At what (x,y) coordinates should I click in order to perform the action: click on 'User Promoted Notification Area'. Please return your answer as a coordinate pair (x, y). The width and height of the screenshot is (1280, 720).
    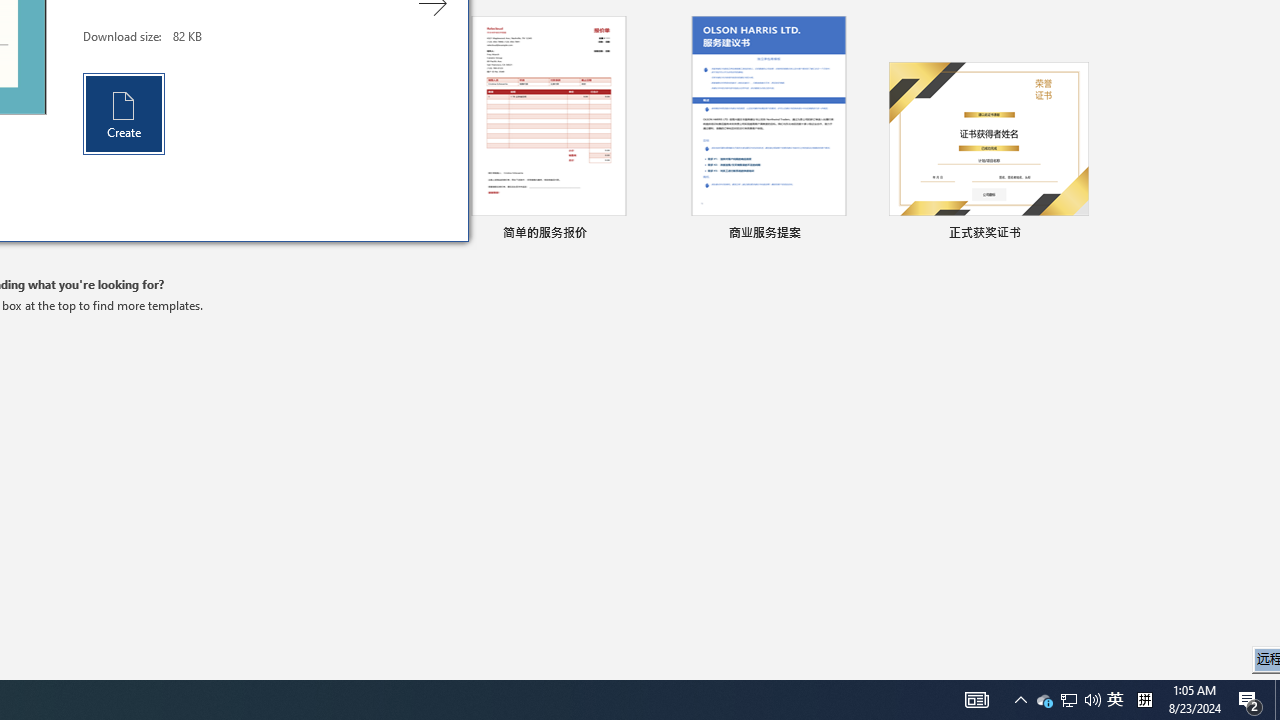
    Looking at the image, I should click on (1068, 698).